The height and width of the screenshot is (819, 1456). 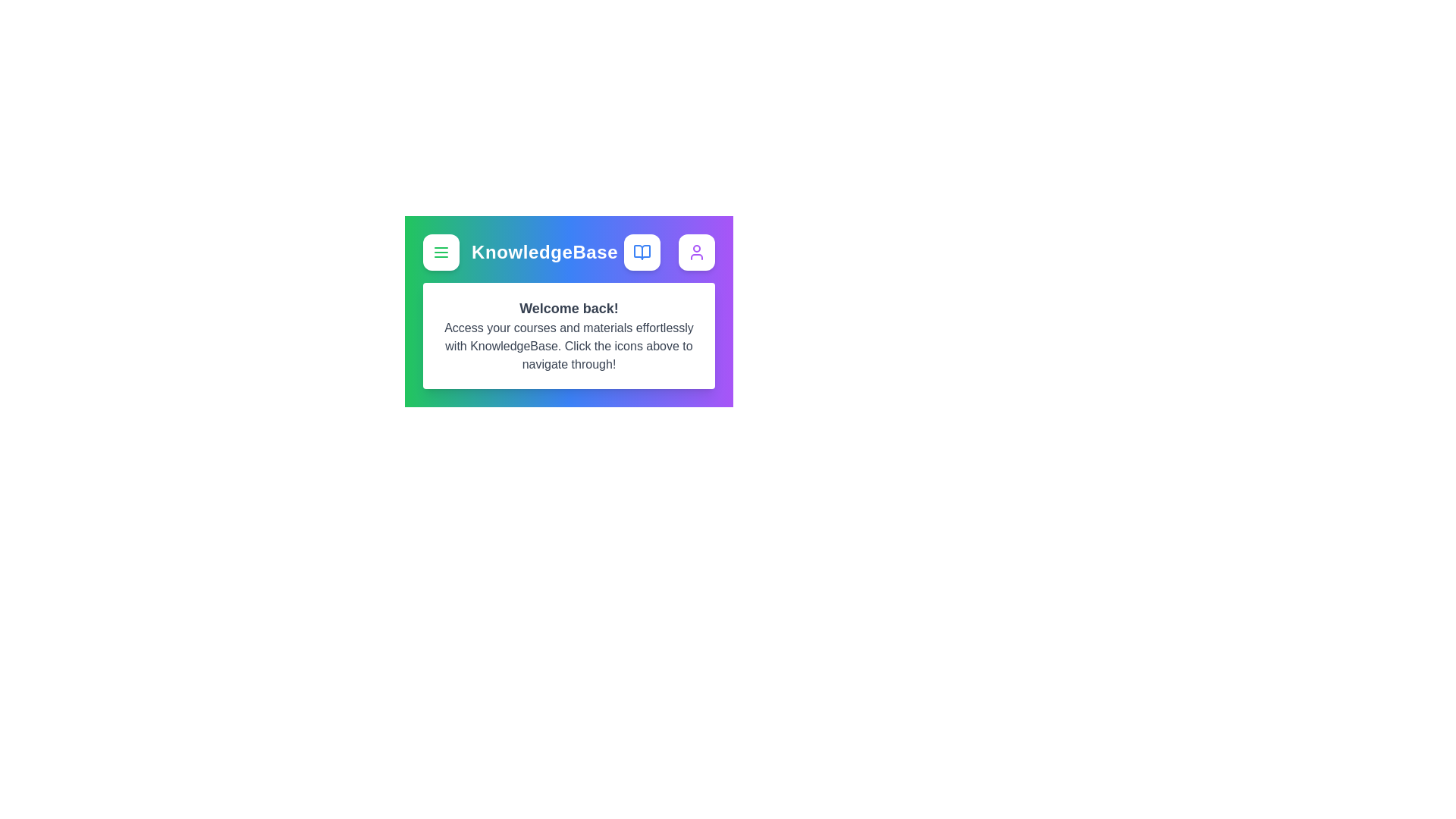 What do you see at coordinates (695, 251) in the screenshot?
I see `the User icon to observe hover effects` at bounding box center [695, 251].